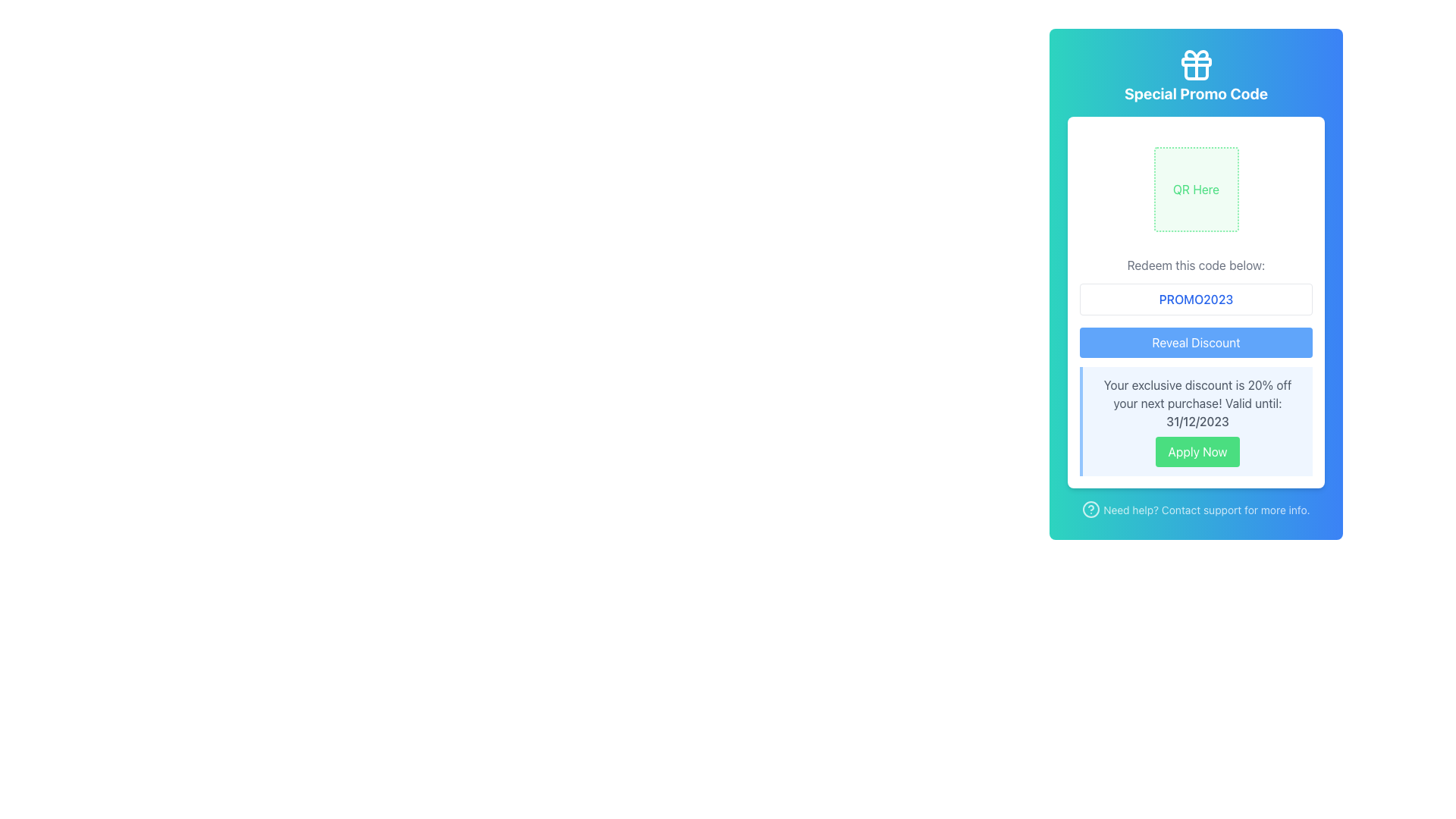  I want to click on the horizontal decorative bar within the gift icon located at the top of the 'Special Promo Code' panel, so click(1195, 61).